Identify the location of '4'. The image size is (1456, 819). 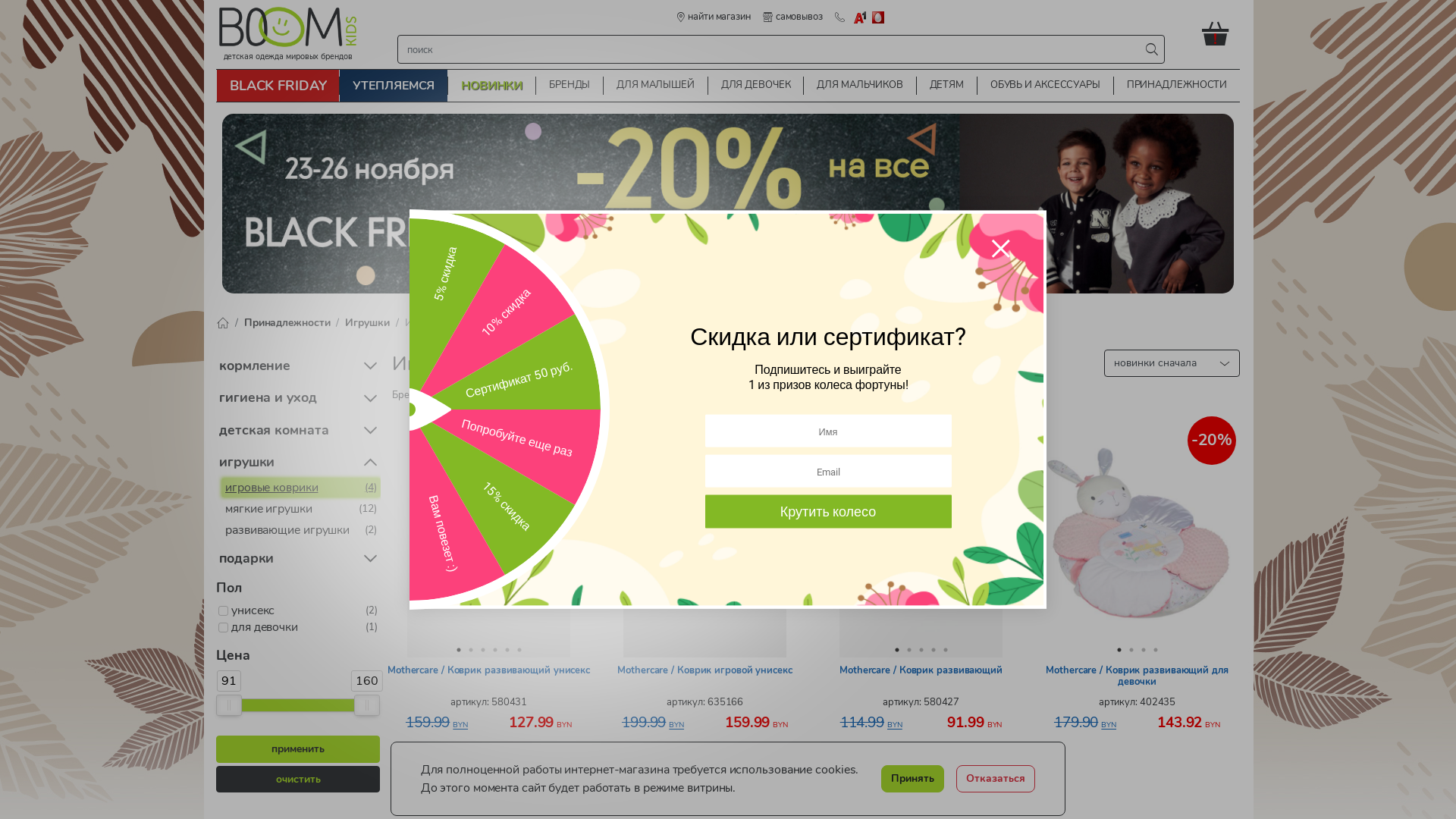
(494, 648).